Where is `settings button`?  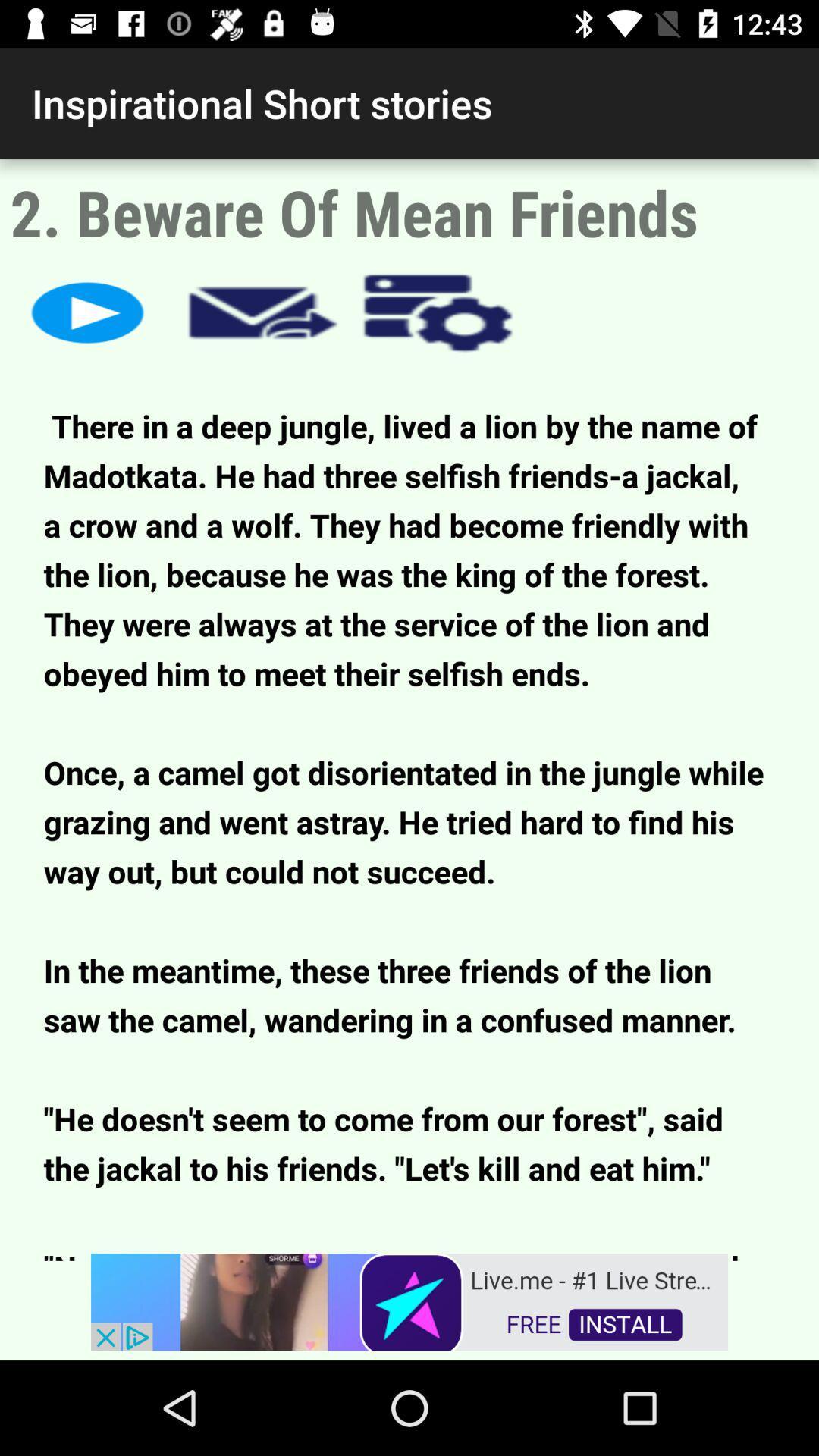
settings button is located at coordinates (438, 312).